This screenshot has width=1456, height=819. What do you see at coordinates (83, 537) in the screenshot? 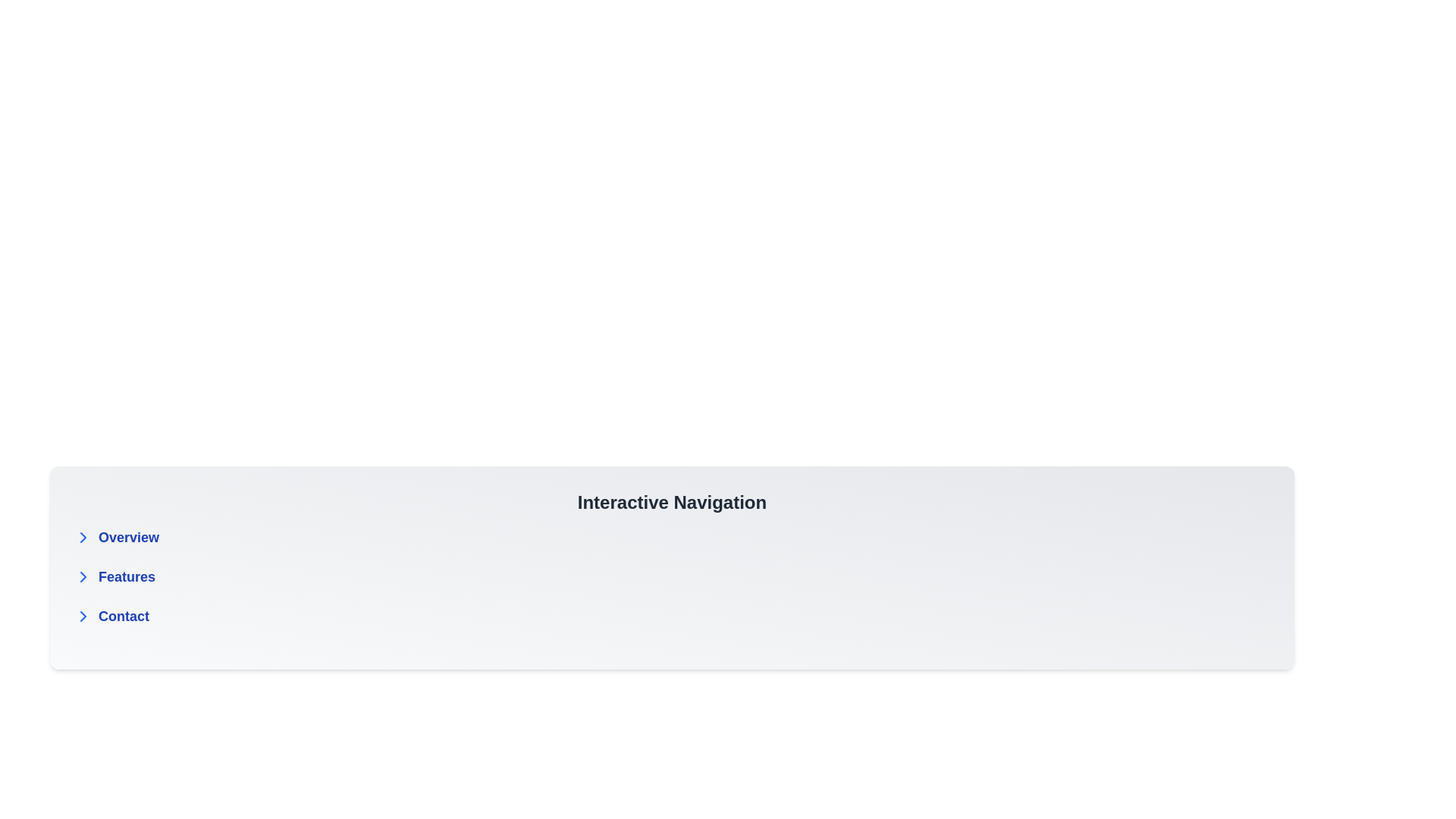
I see `the right-facing chevron icon located to the left of the 'Overview' label` at bounding box center [83, 537].